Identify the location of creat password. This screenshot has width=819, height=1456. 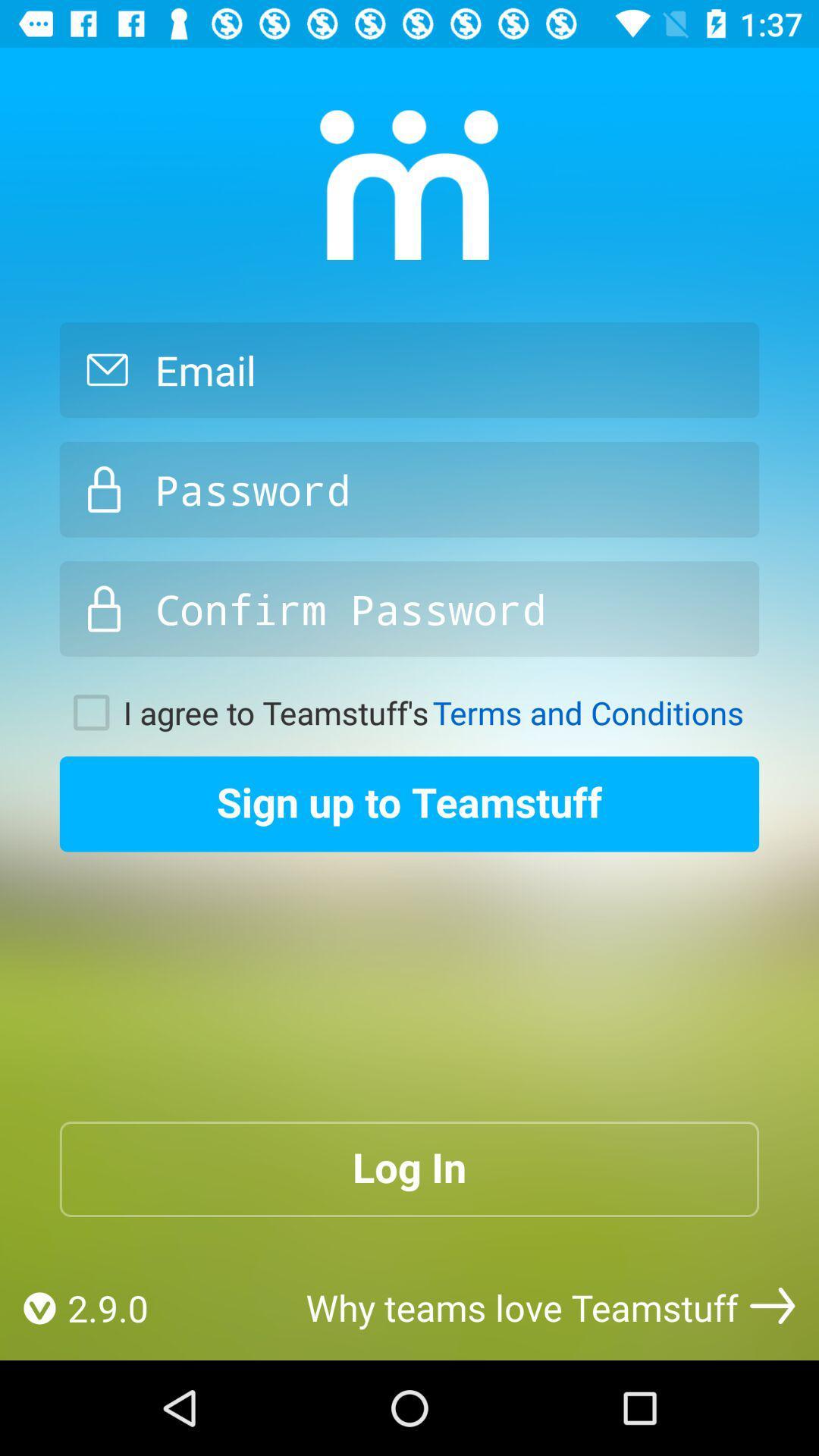
(409, 489).